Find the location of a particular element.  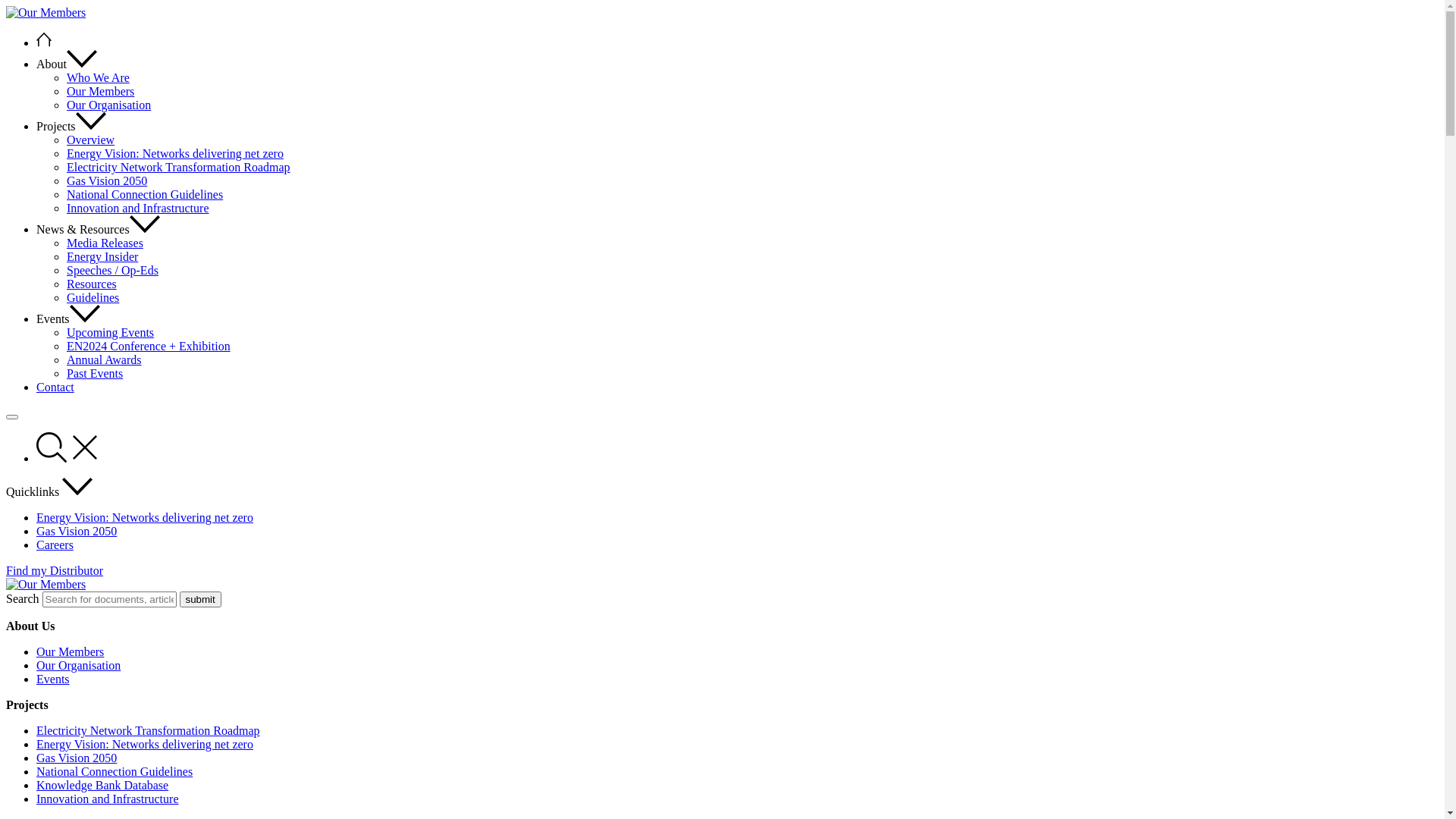

'Past Events' is located at coordinates (93, 373).